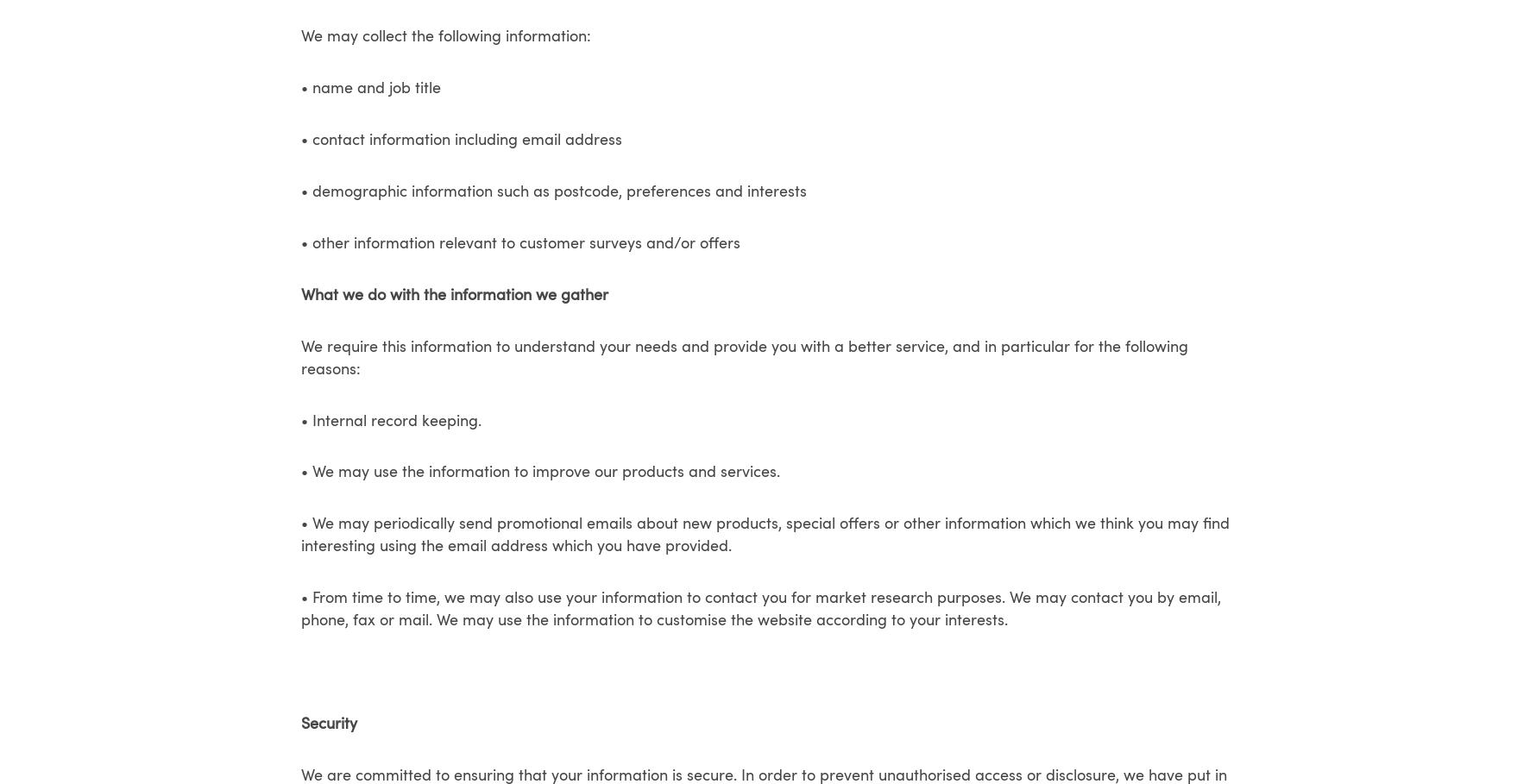 The height and width of the screenshot is (784, 1536). I want to click on 'contact information including email address', so click(312, 139).